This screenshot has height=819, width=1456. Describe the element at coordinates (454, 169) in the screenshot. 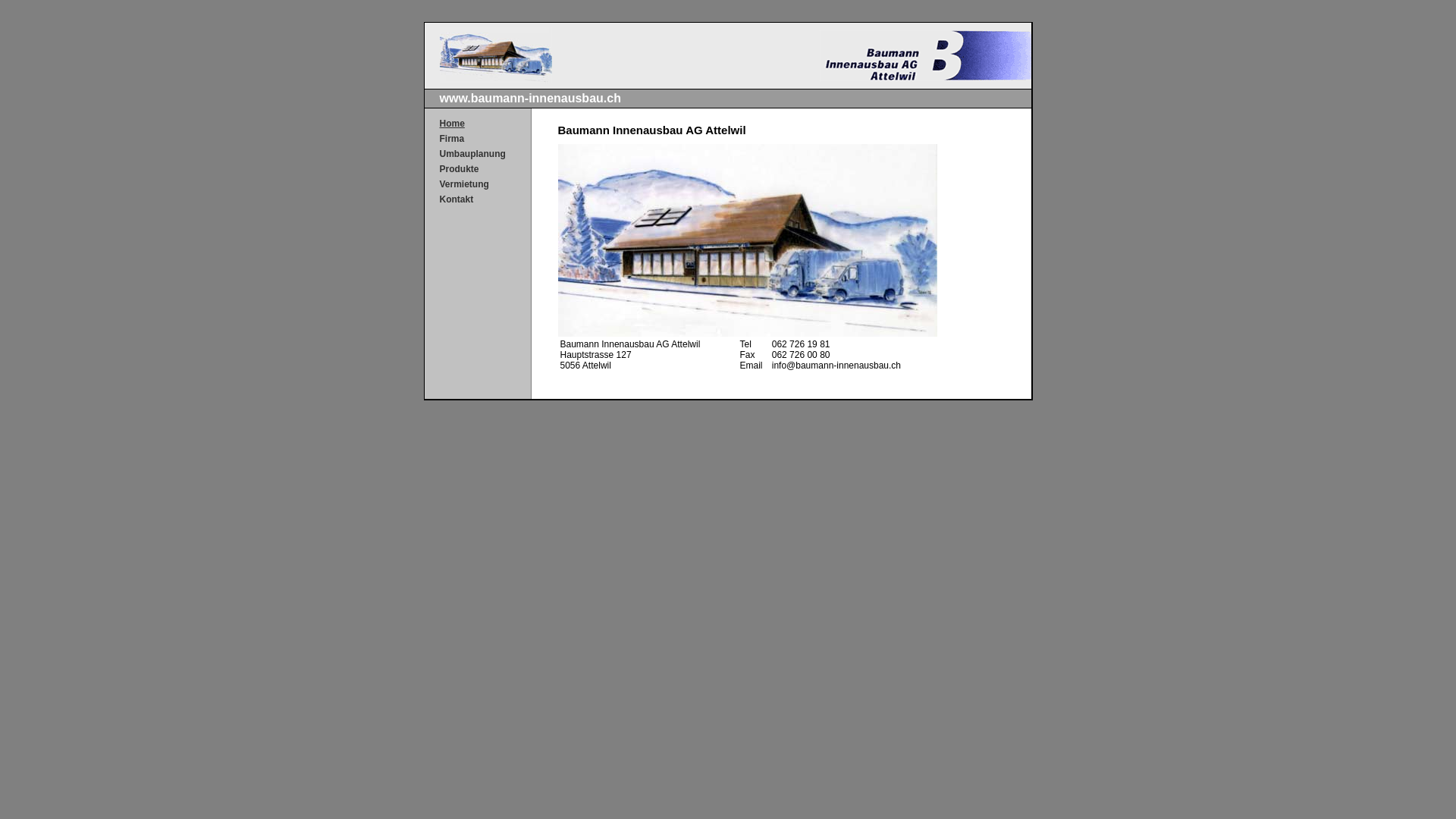

I see `'Produkte'` at that location.